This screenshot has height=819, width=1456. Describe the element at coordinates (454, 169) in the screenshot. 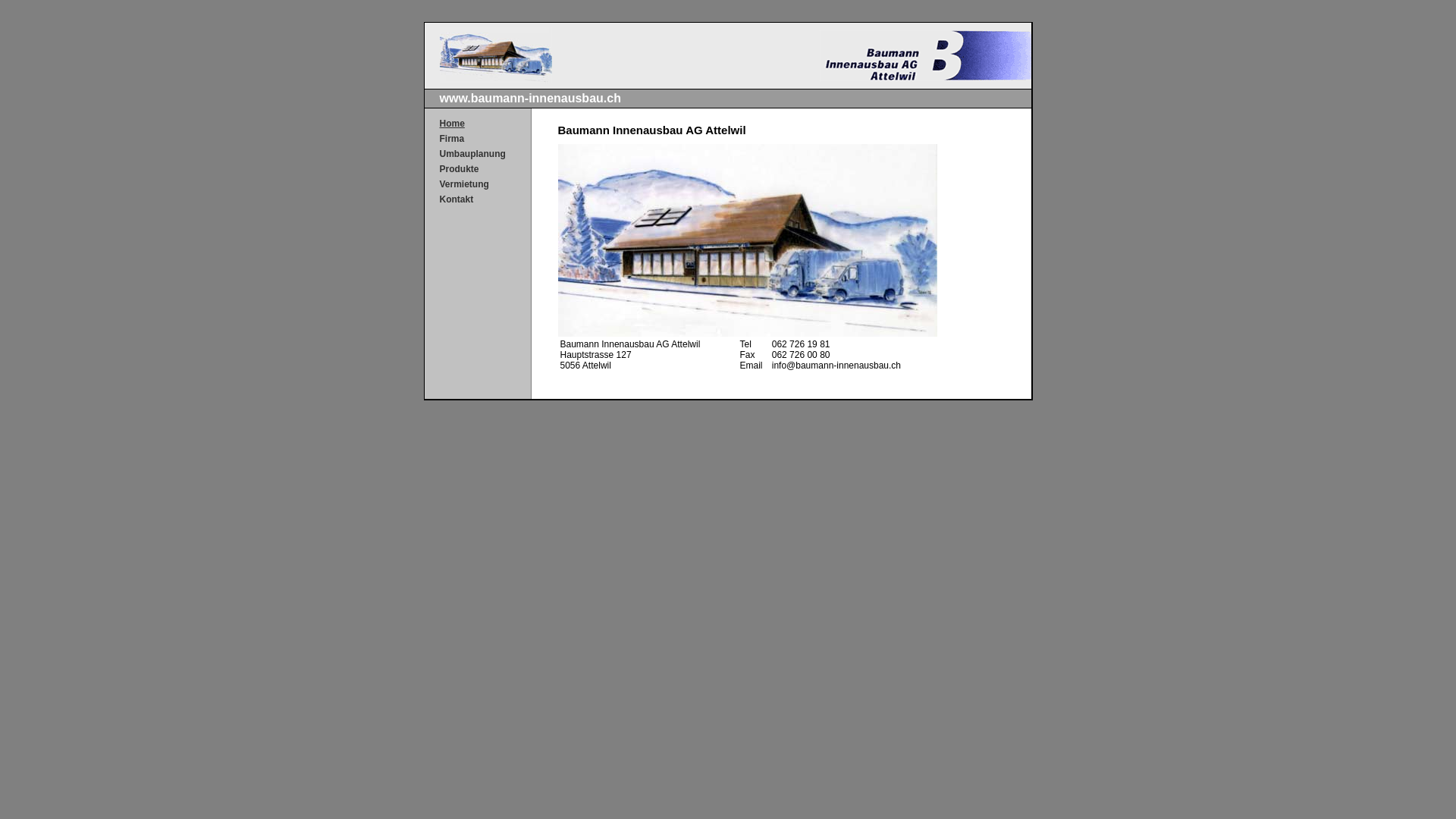

I see `'Produkte'` at that location.